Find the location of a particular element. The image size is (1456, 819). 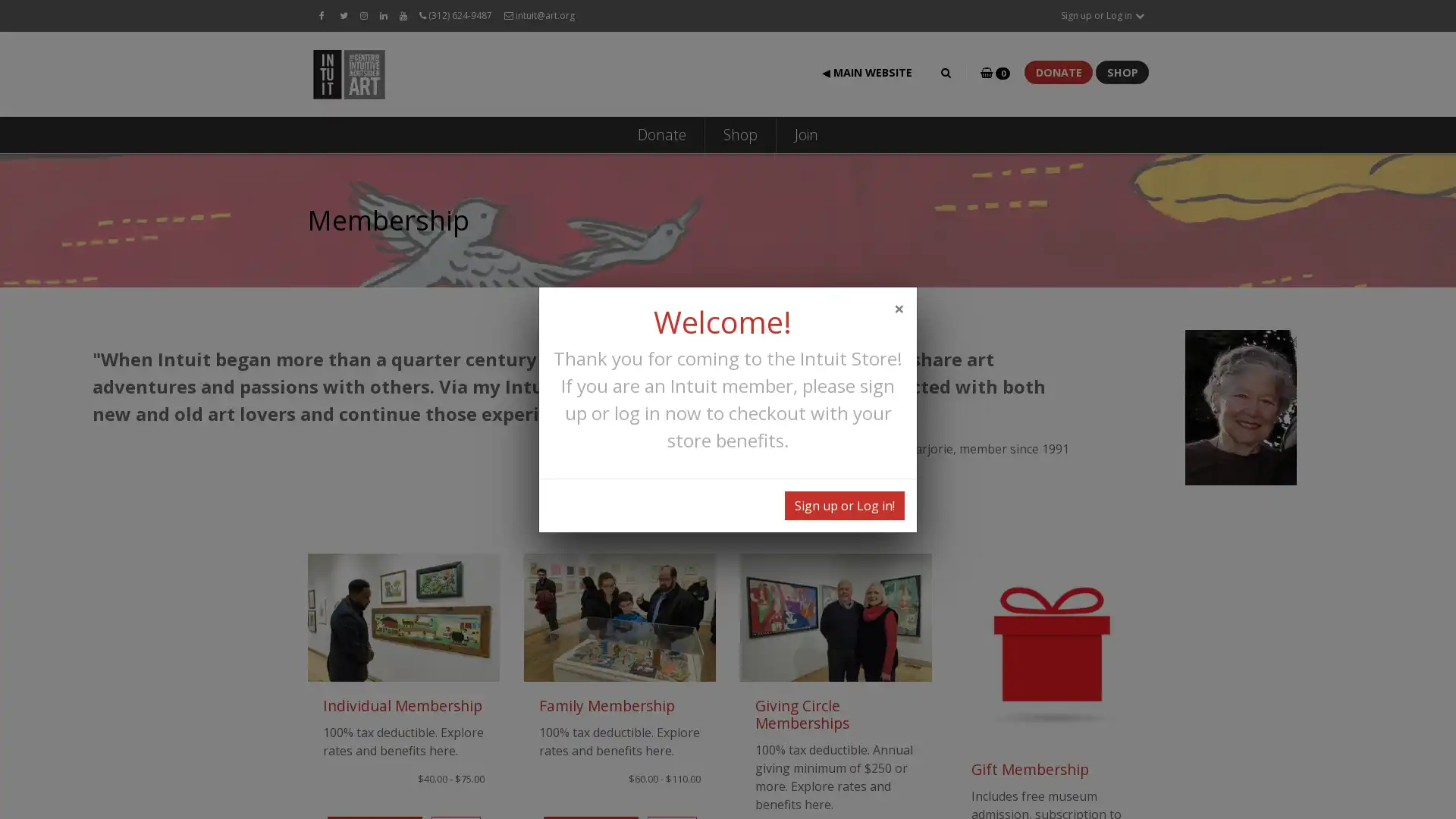

Close is located at coordinates (899, 307).